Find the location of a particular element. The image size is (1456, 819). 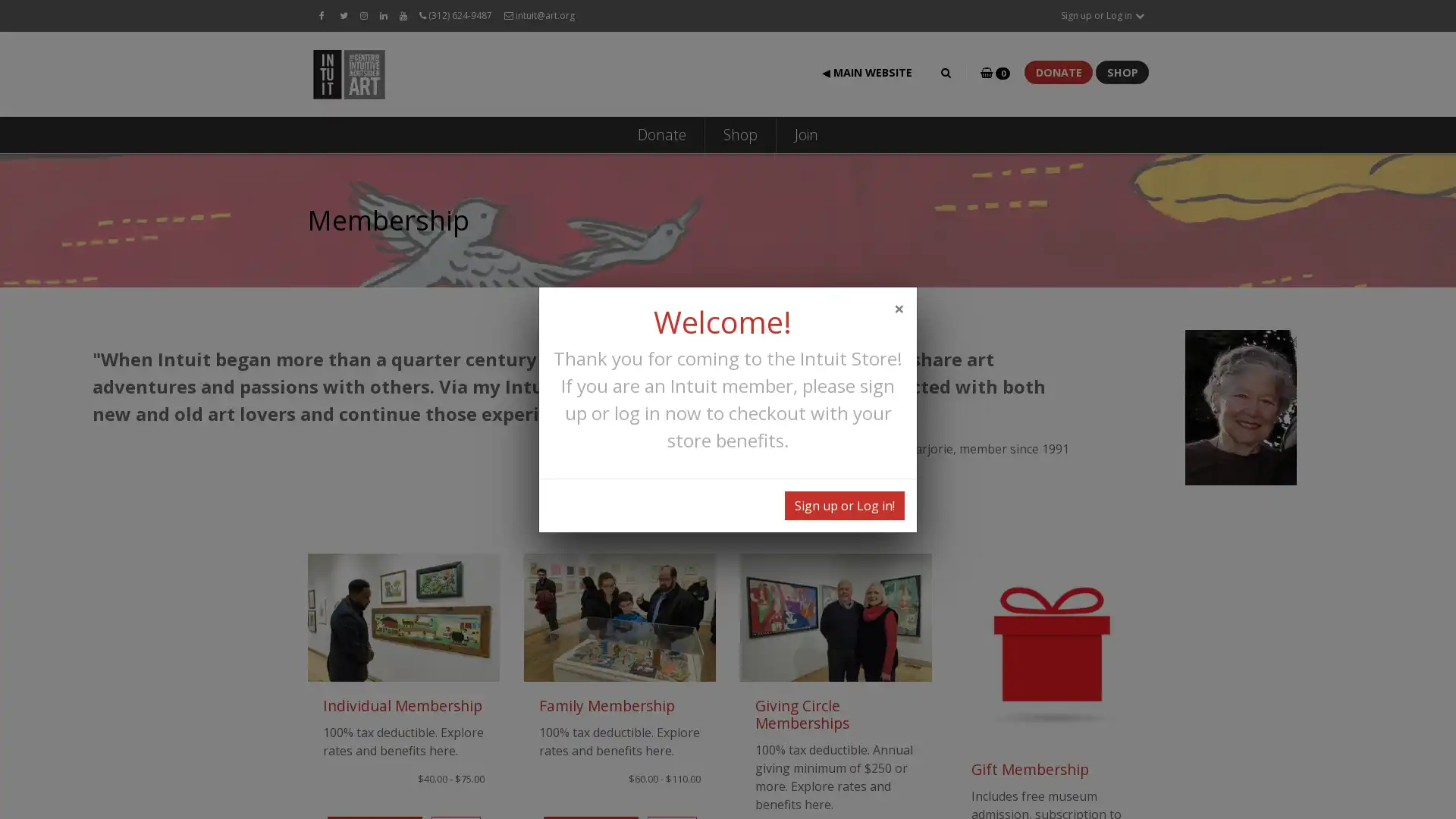

Close is located at coordinates (899, 307).